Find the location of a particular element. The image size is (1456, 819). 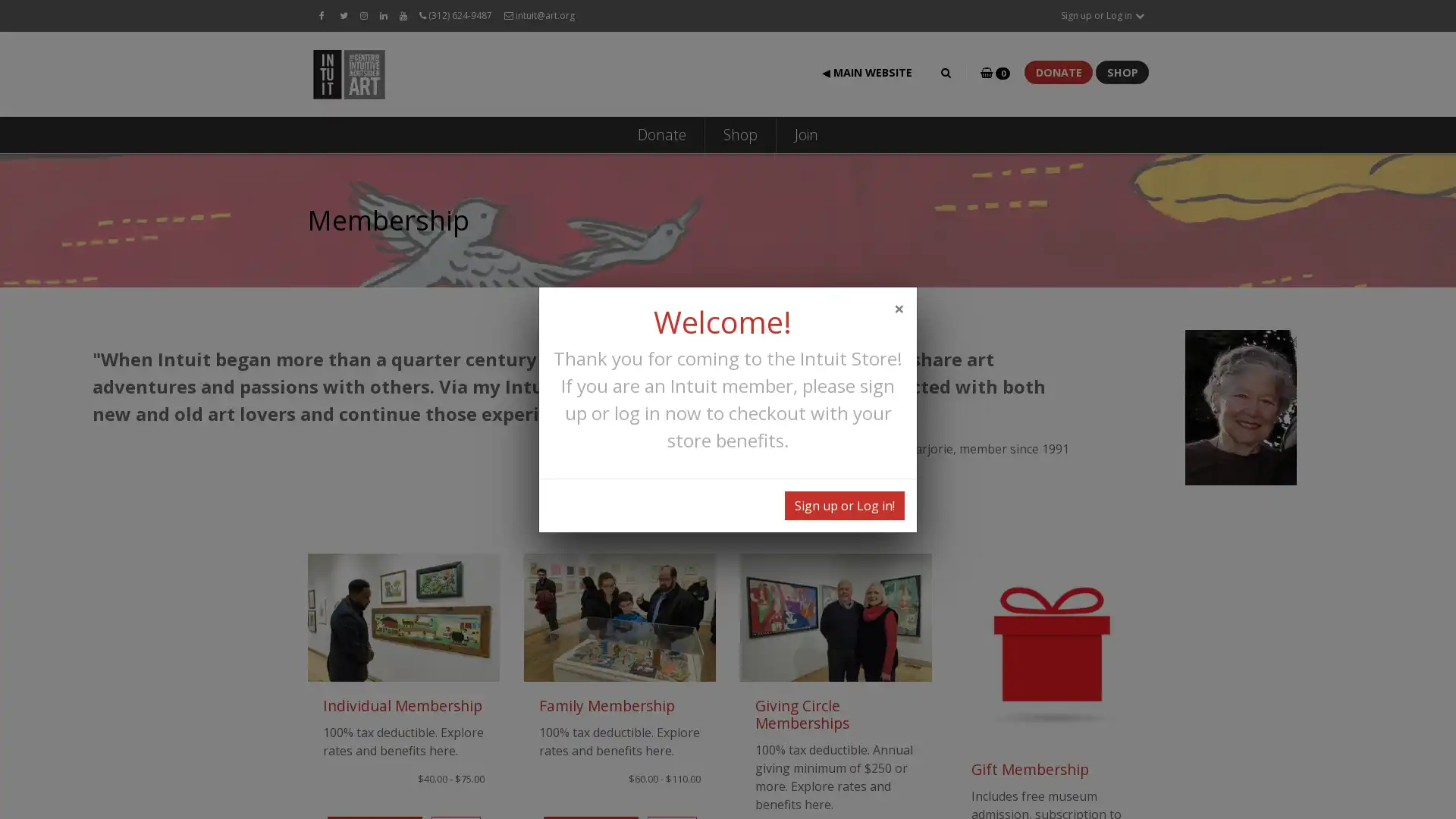

Close is located at coordinates (899, 307).